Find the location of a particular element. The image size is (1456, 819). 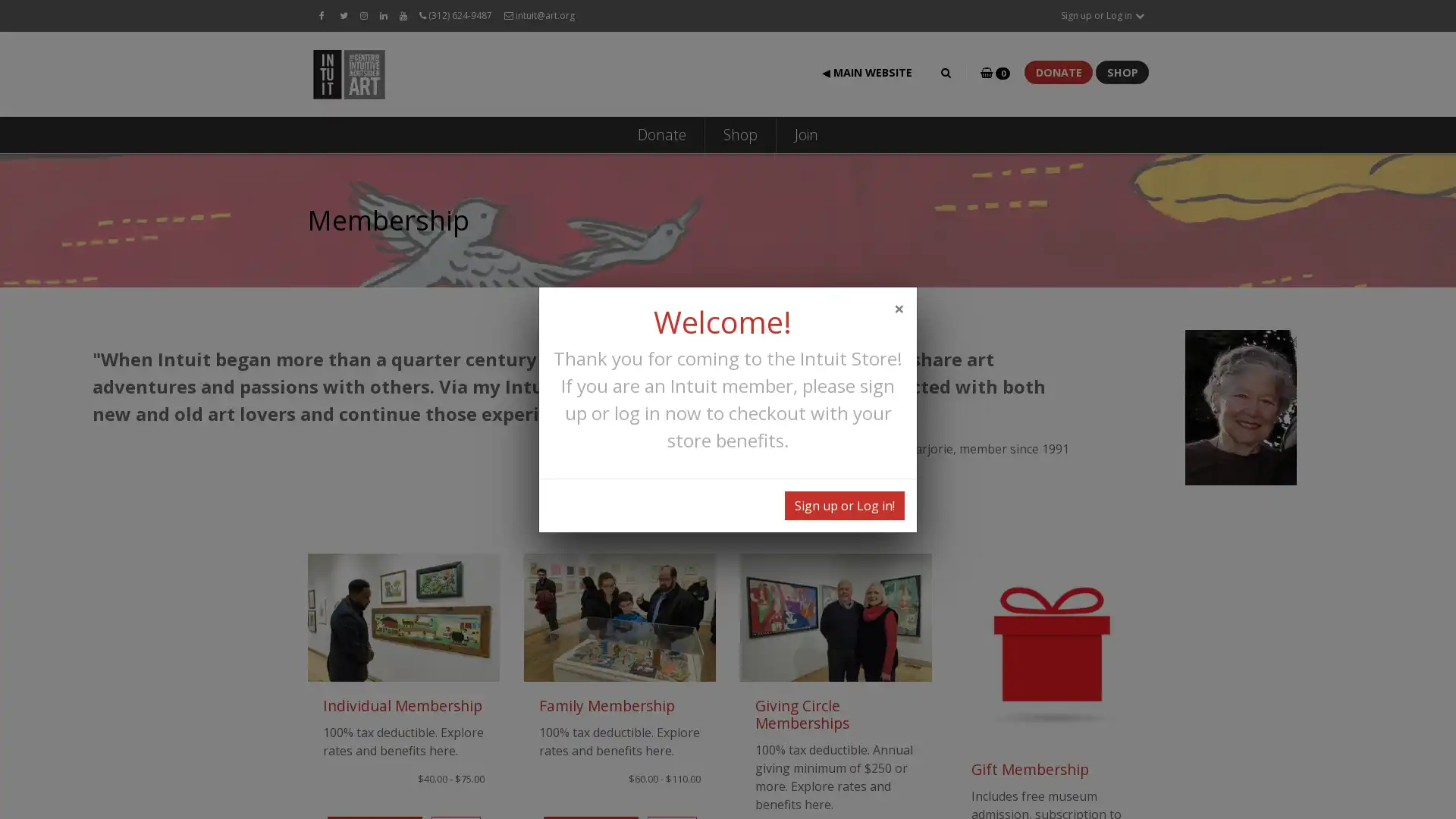

Close is located at coordinates (899, 307).